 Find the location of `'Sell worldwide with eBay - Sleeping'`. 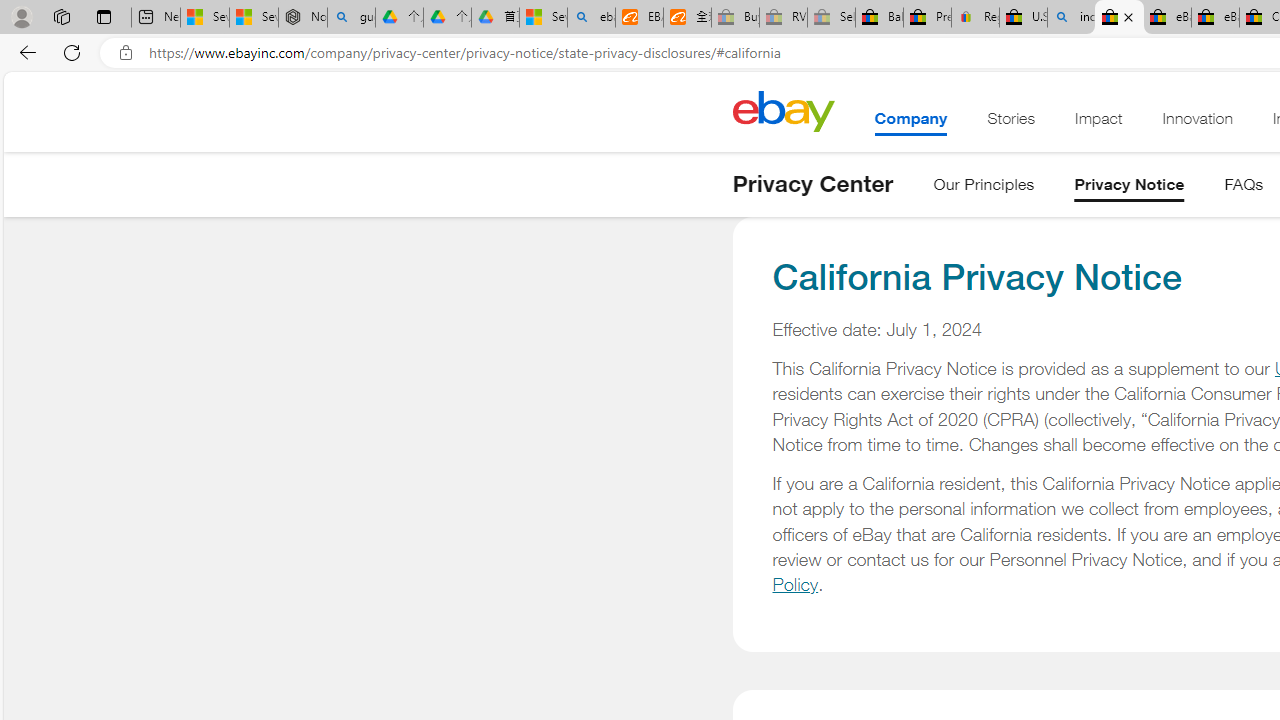

'Sell worldwide with eBay - Sleeping' is located at coordinates (831, 17).